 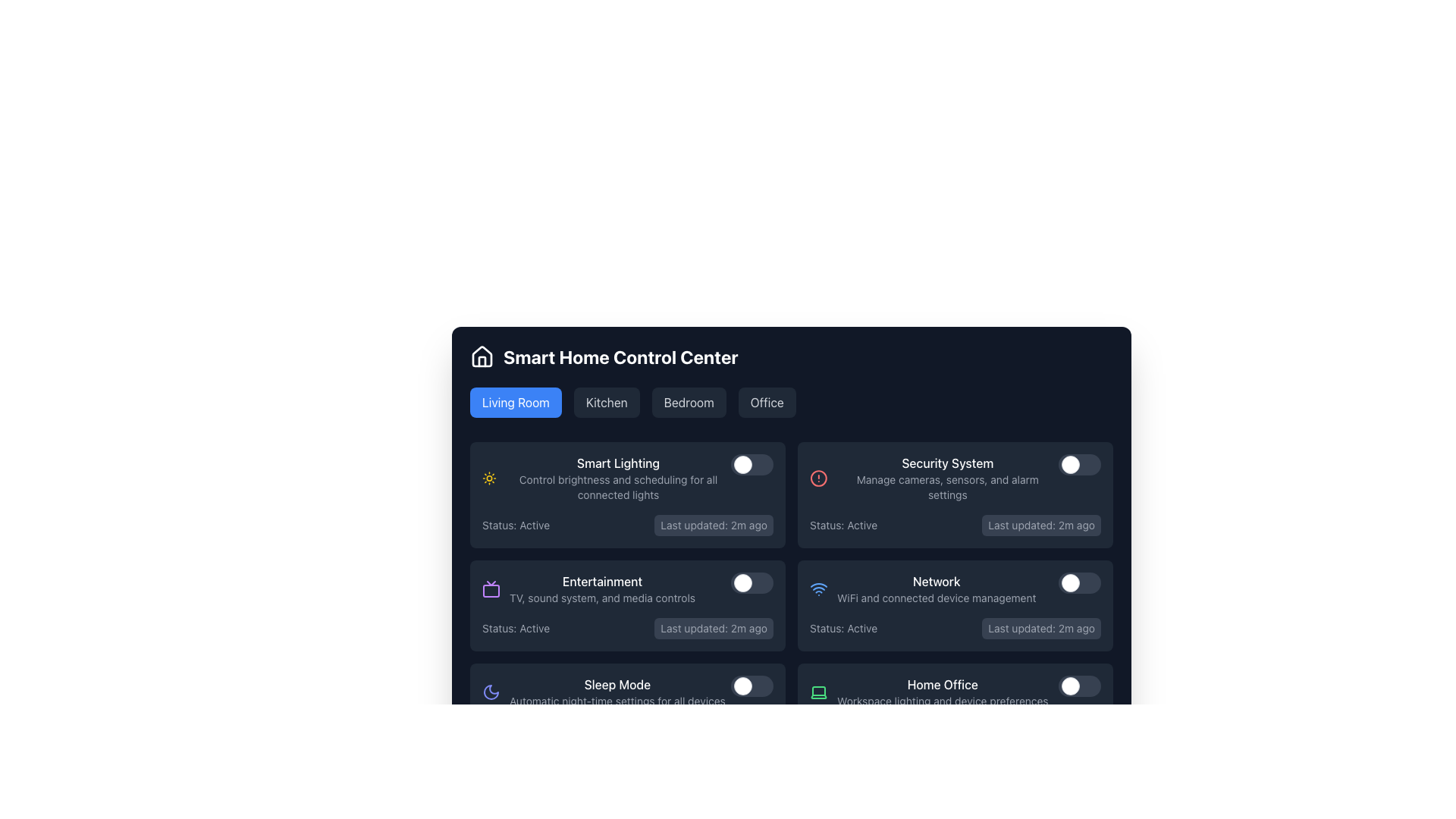 What do you see at coordinates (922, 588) in the screenshot?
I see `the Informational card that provides an overview of the network settings management, positioned as the third item in the second row of status cards` at bounding box center [922, 588].